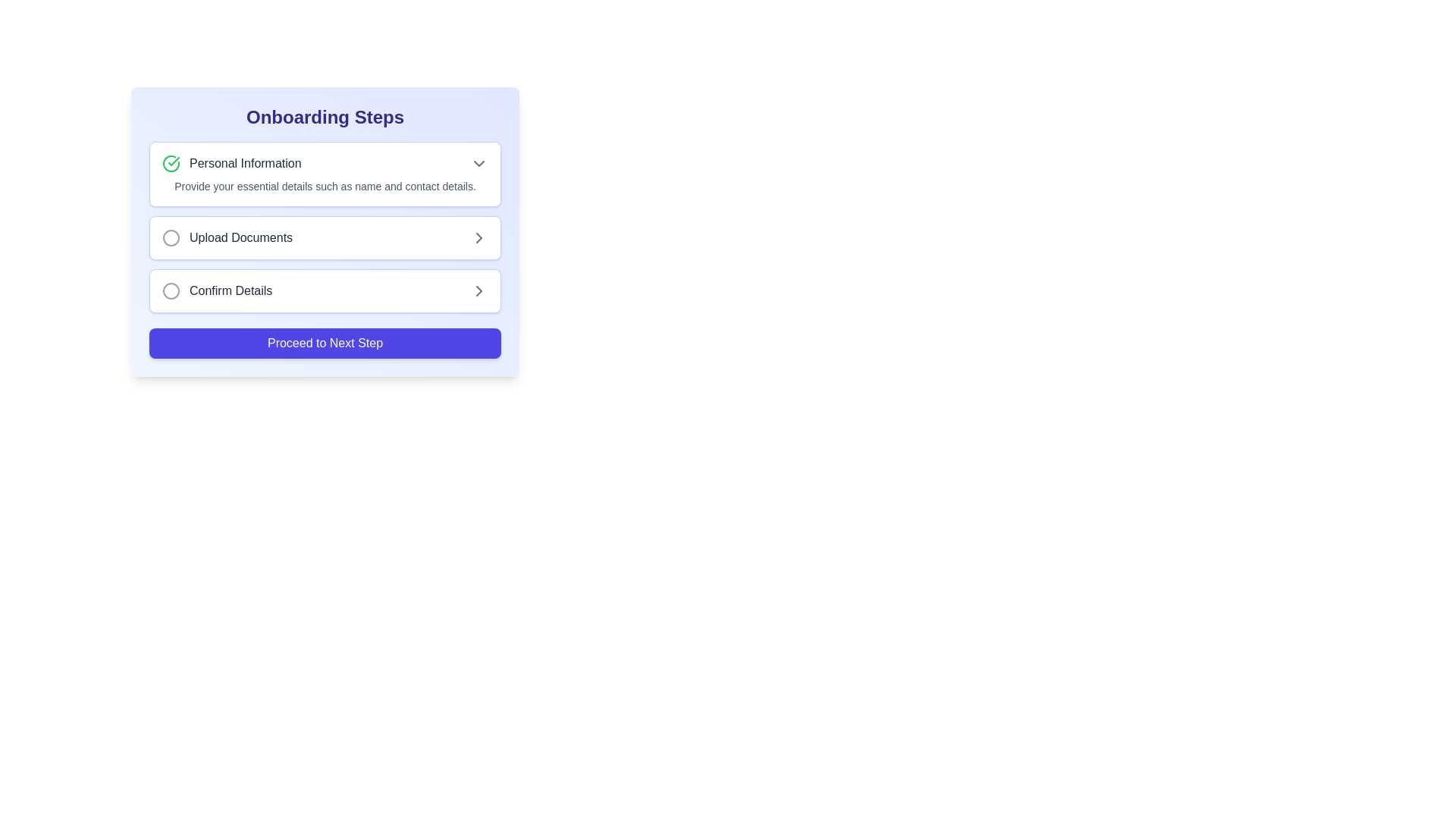 The width and height of the screenshot is (1456, 819). What do you see at coordinates (227, 237) in the screenshot?
I see `the 'Upload Documents' navigation list item, which is the second item in the onboarding steps panel` at bounding box center [227, 237].